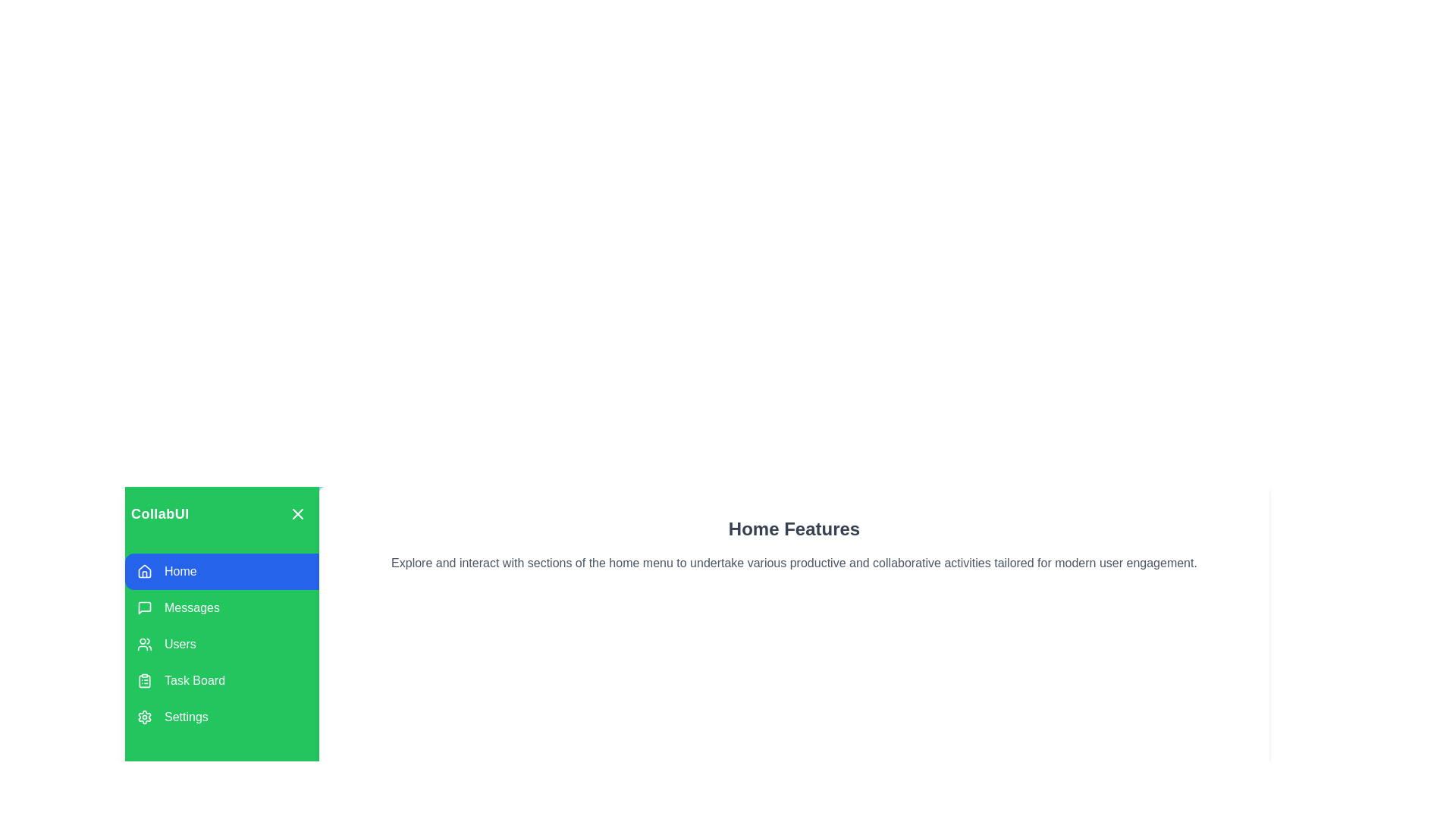 The height and width of the screenshot is (819, 1456). Describe the element at coordinates (221, 717) in the screenshot. I see `the menu section Settings` at that location.